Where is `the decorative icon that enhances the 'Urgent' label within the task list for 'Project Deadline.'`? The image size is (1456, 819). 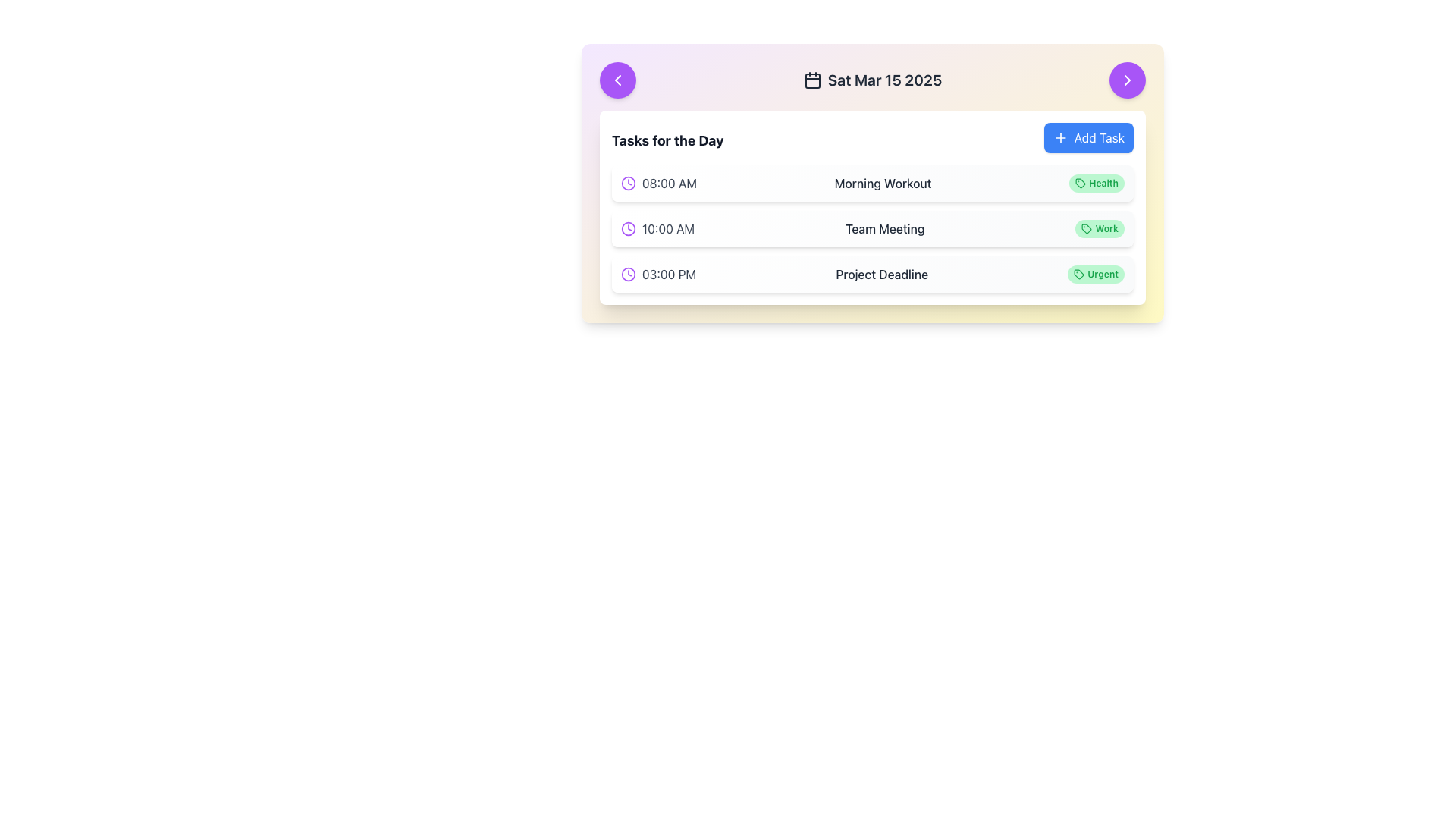 the decorative icon that enhances the 'Urgent' label within the task list for 'Project Deadline.' is located at coordinates (1078, 275).